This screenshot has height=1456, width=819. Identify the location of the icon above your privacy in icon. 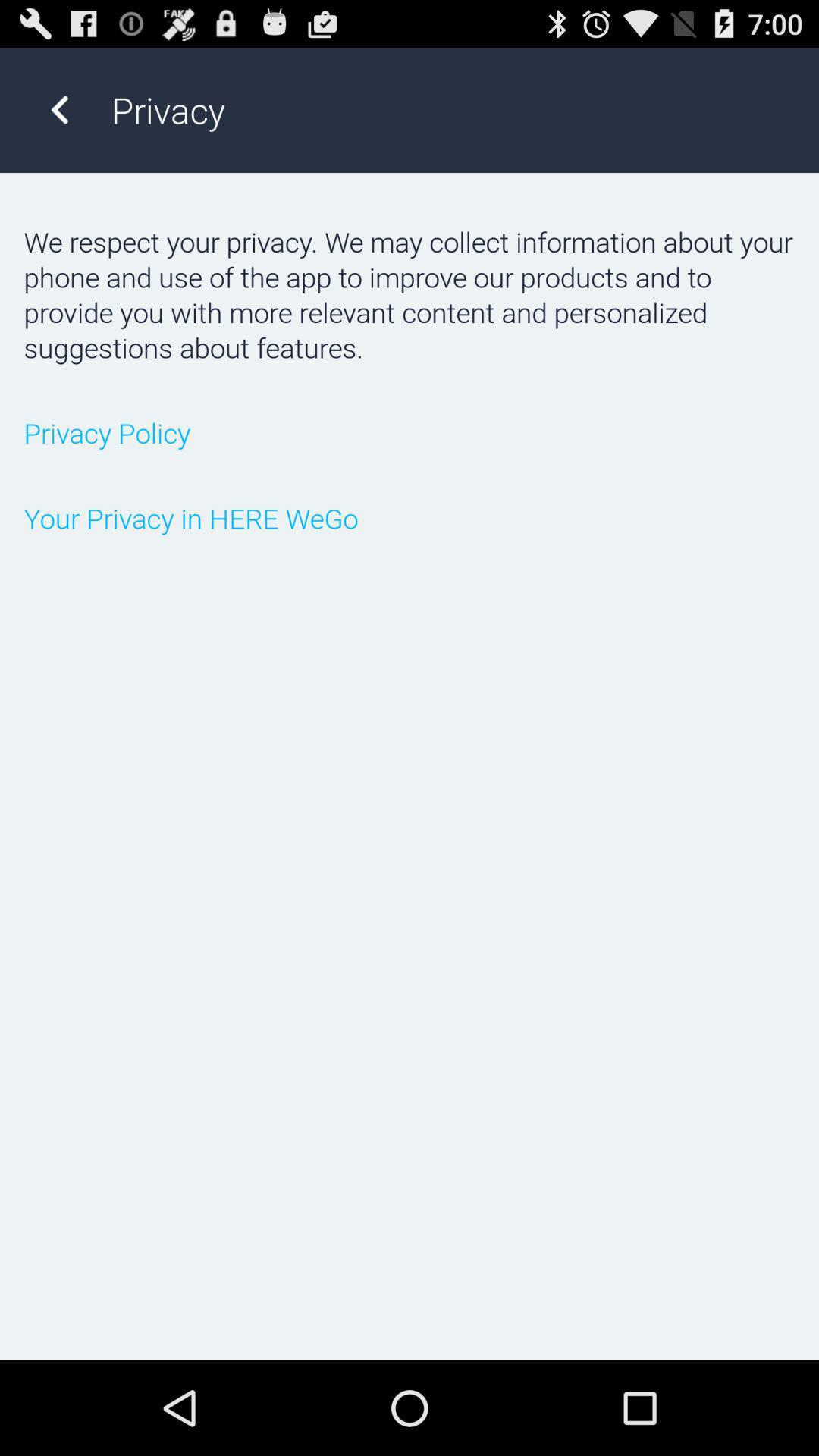
(409, 431).